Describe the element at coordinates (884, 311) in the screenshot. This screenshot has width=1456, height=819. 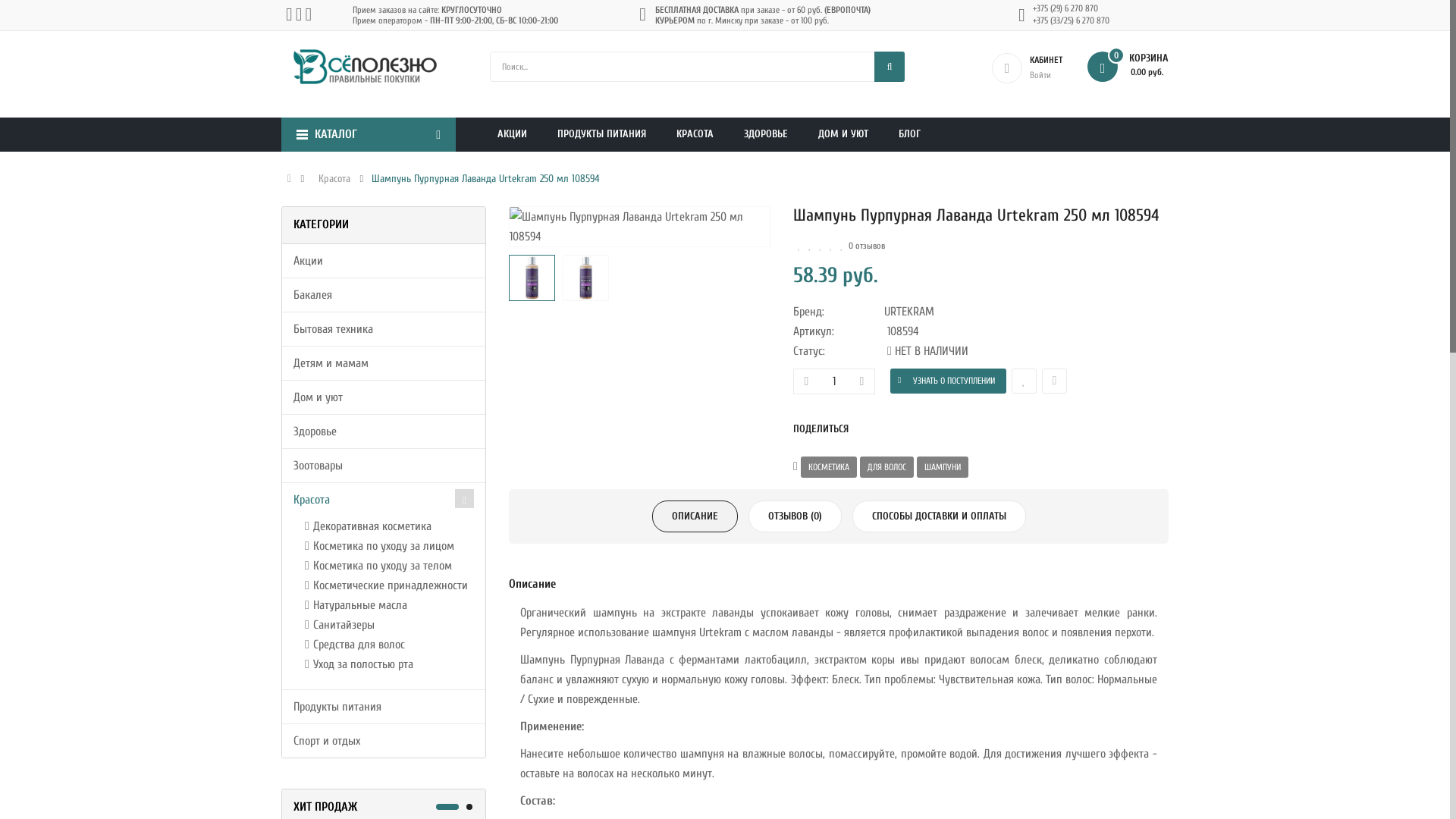
I see `'URTEKRAM'` at that location.